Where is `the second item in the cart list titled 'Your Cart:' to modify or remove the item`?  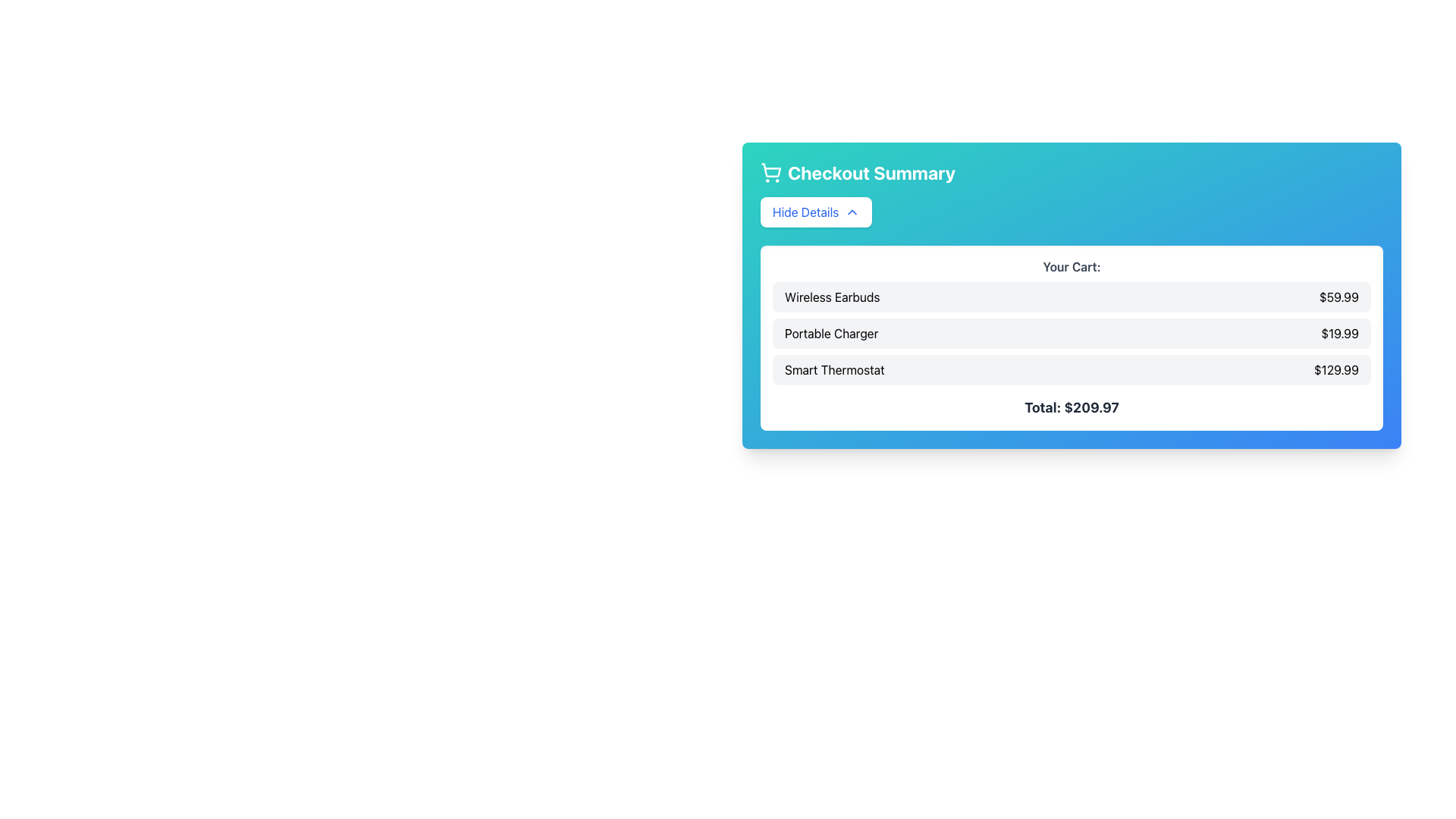
the second item in the cart list titled 'Your Cart:' to modify or remove the item is located at coordinates (1071, 332).